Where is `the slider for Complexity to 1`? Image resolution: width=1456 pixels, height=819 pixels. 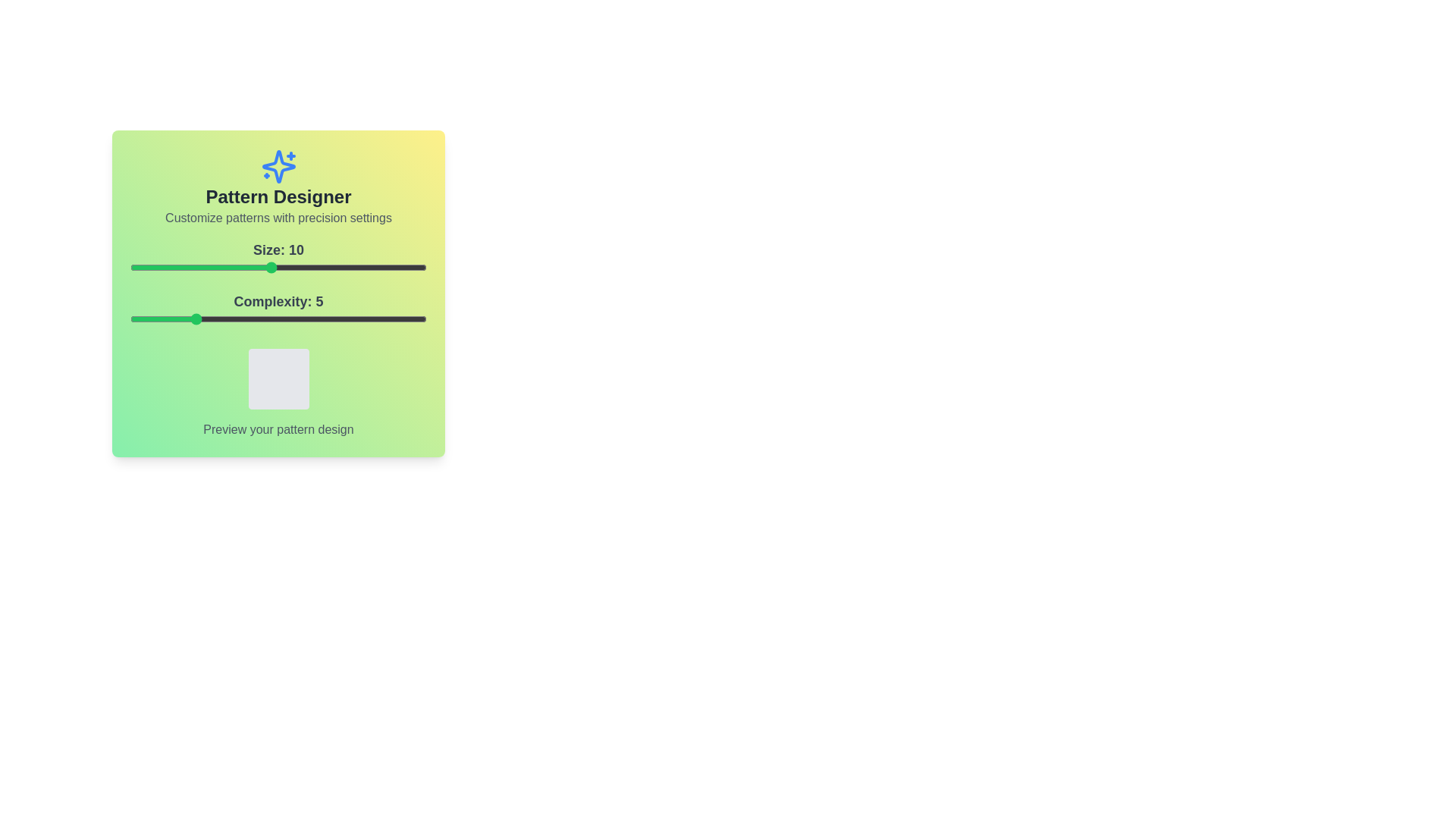
the slider for Complexity to 1 is located at coordinates (130, 318).